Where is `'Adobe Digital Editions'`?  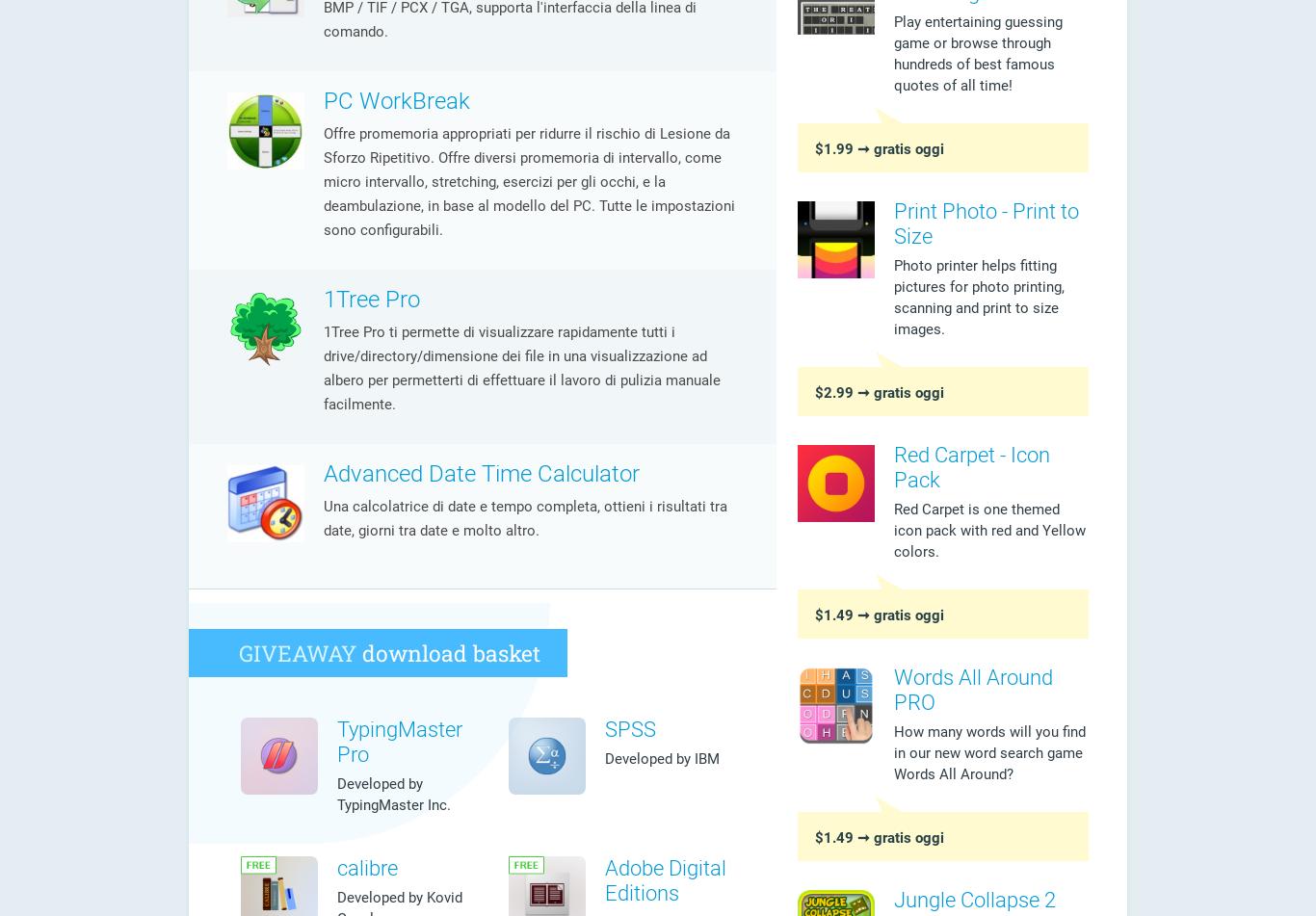 'Adobe Digital Editions' is located at coordinates (666, 879).